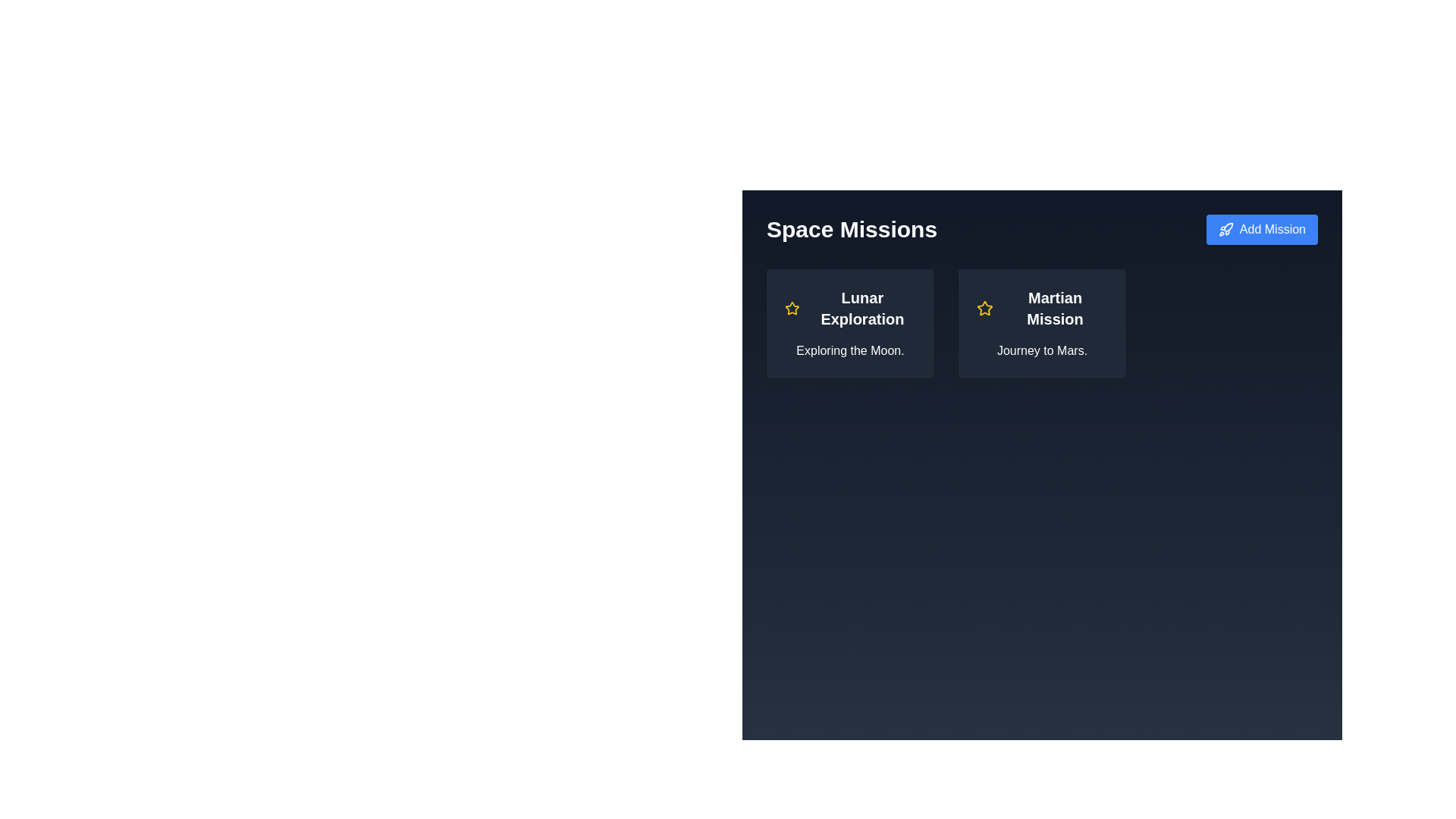 This screenshot has width=1456, height=819. I want to click on the 'Add Mission' button that contains a small blue rocket icon in the top-right corner of the interface, so click(1225, 230).